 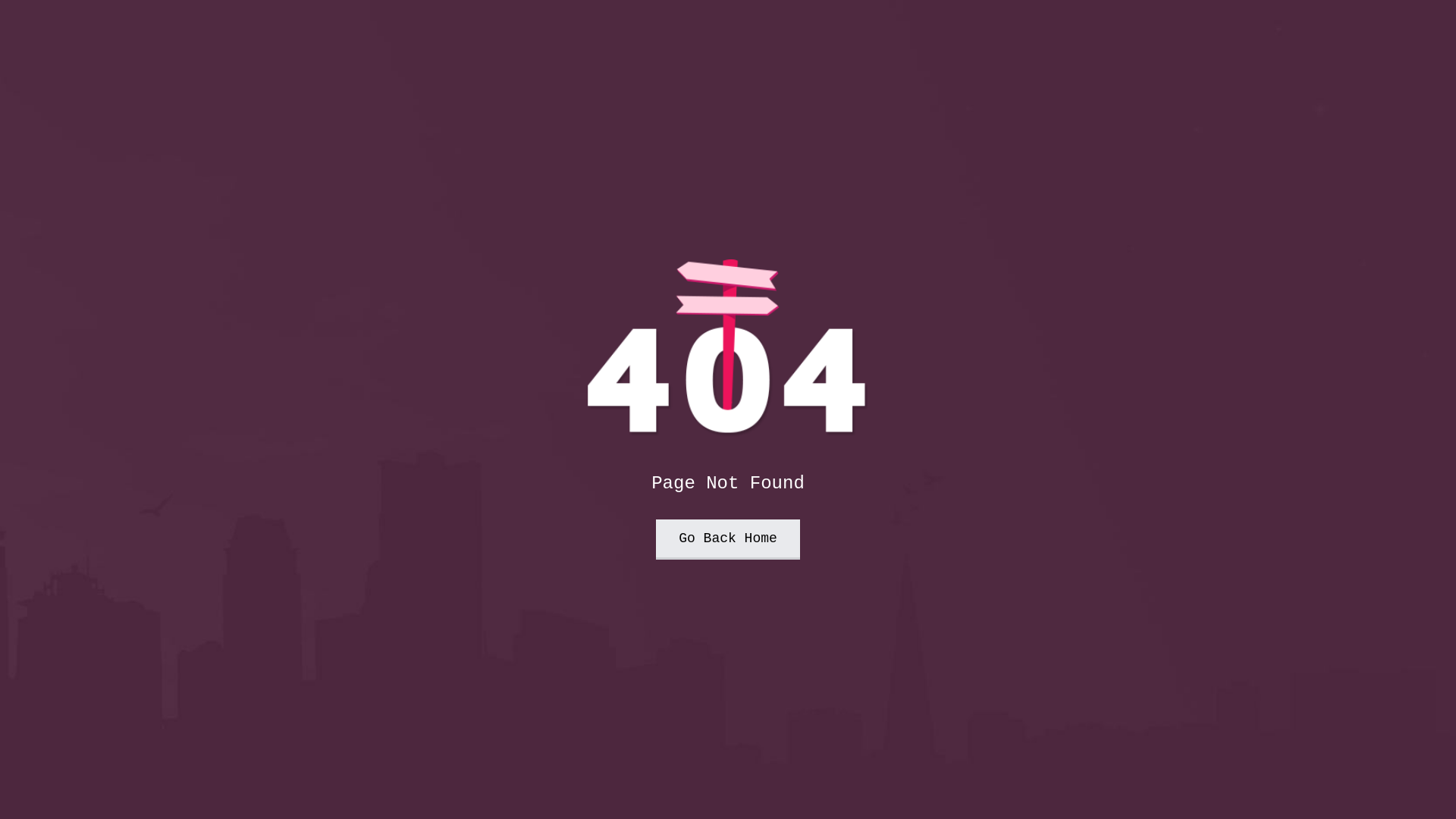 What do you see at coordinates (655, 538) in the screenshot?
I see `'Go Back Home'` at bounding box center [655, 538].